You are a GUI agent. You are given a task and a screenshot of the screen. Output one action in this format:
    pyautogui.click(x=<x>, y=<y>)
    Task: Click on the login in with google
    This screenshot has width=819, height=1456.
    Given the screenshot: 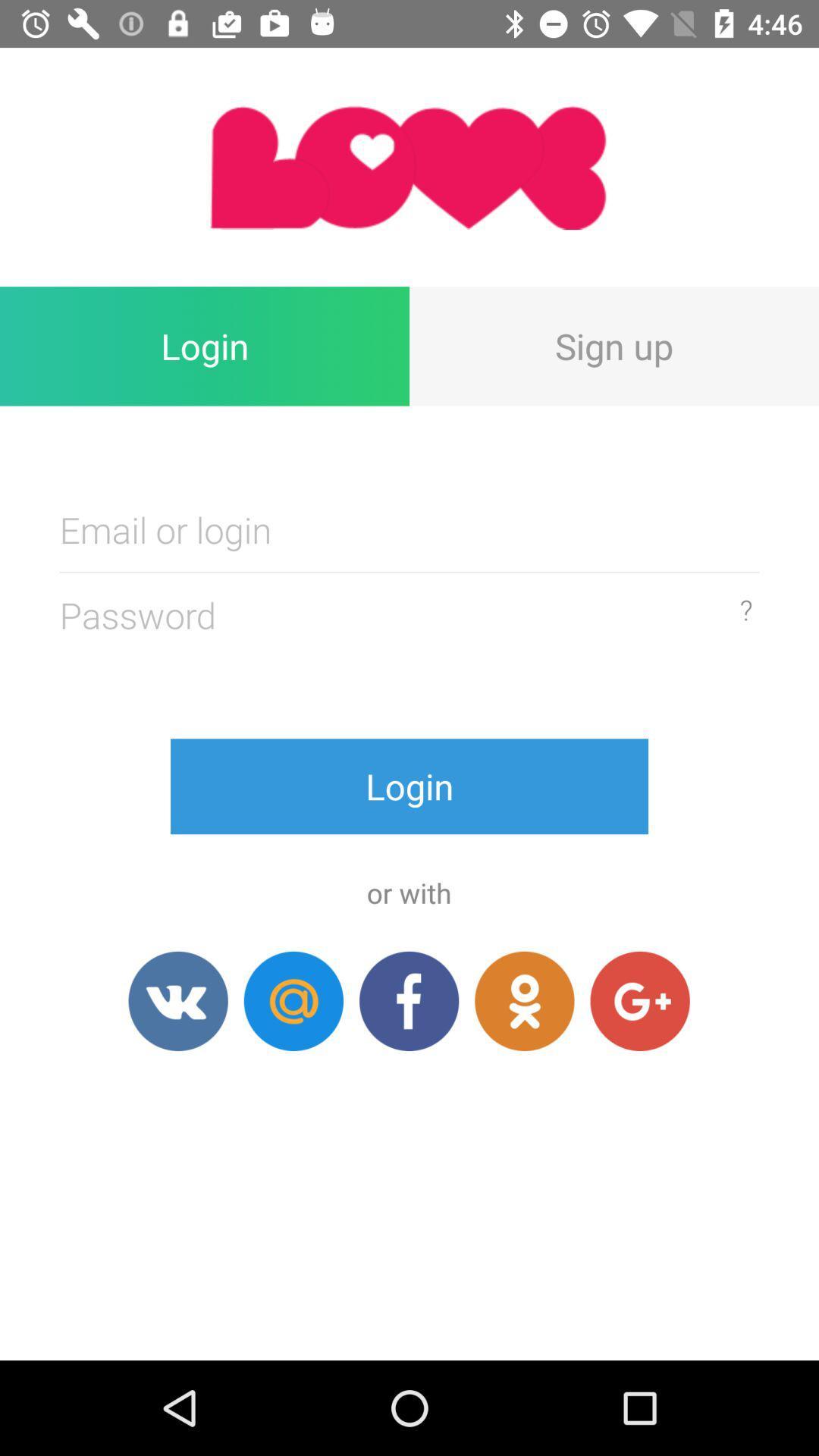 What is the action you would take?
    pyautogui.click(x=640, y=1001)
    